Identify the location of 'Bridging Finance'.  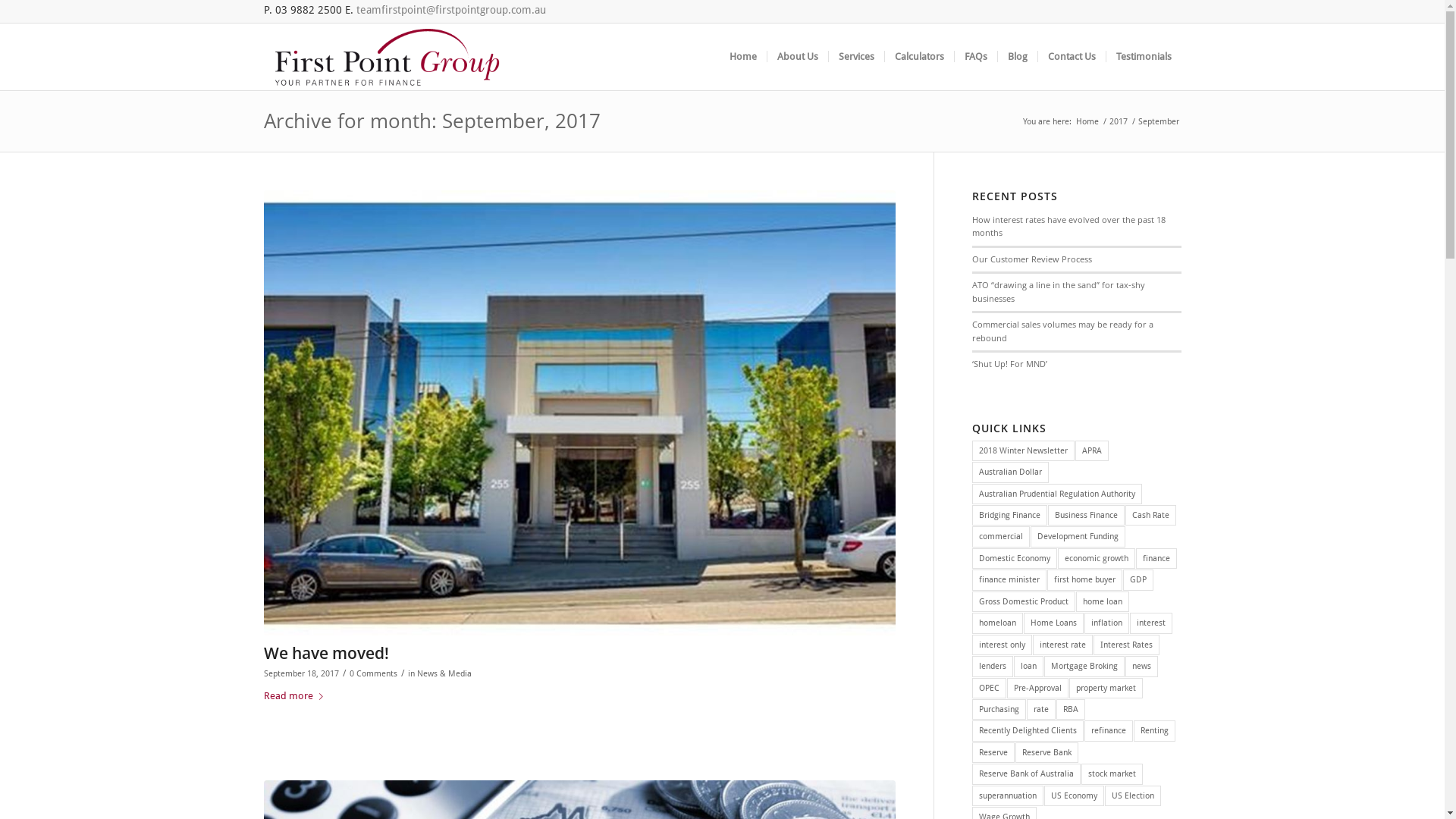
(1009, 514).